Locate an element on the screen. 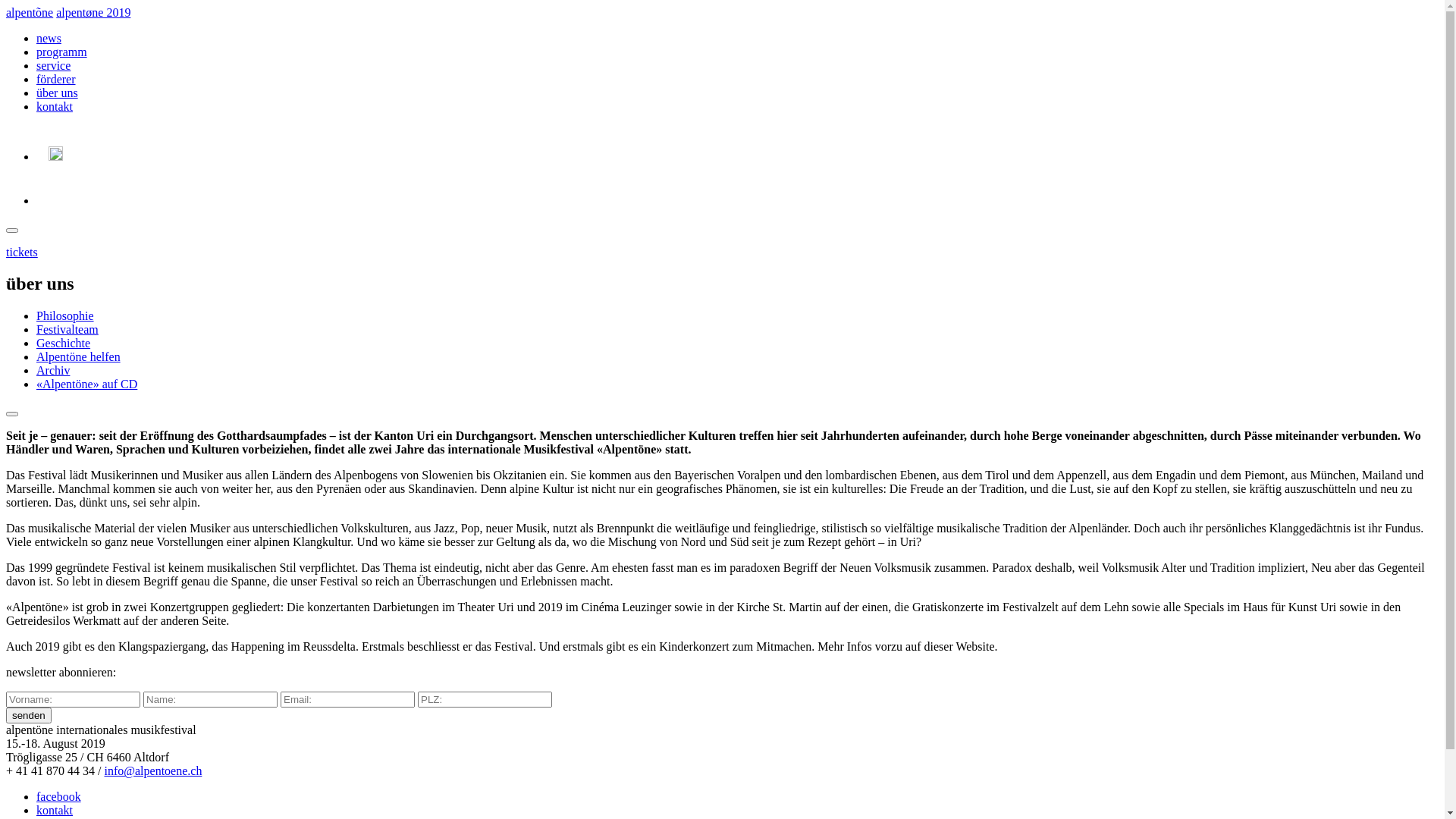 This screenshot has width=1456, height=819. 'Archiv' is located at coordinates (53, 370).